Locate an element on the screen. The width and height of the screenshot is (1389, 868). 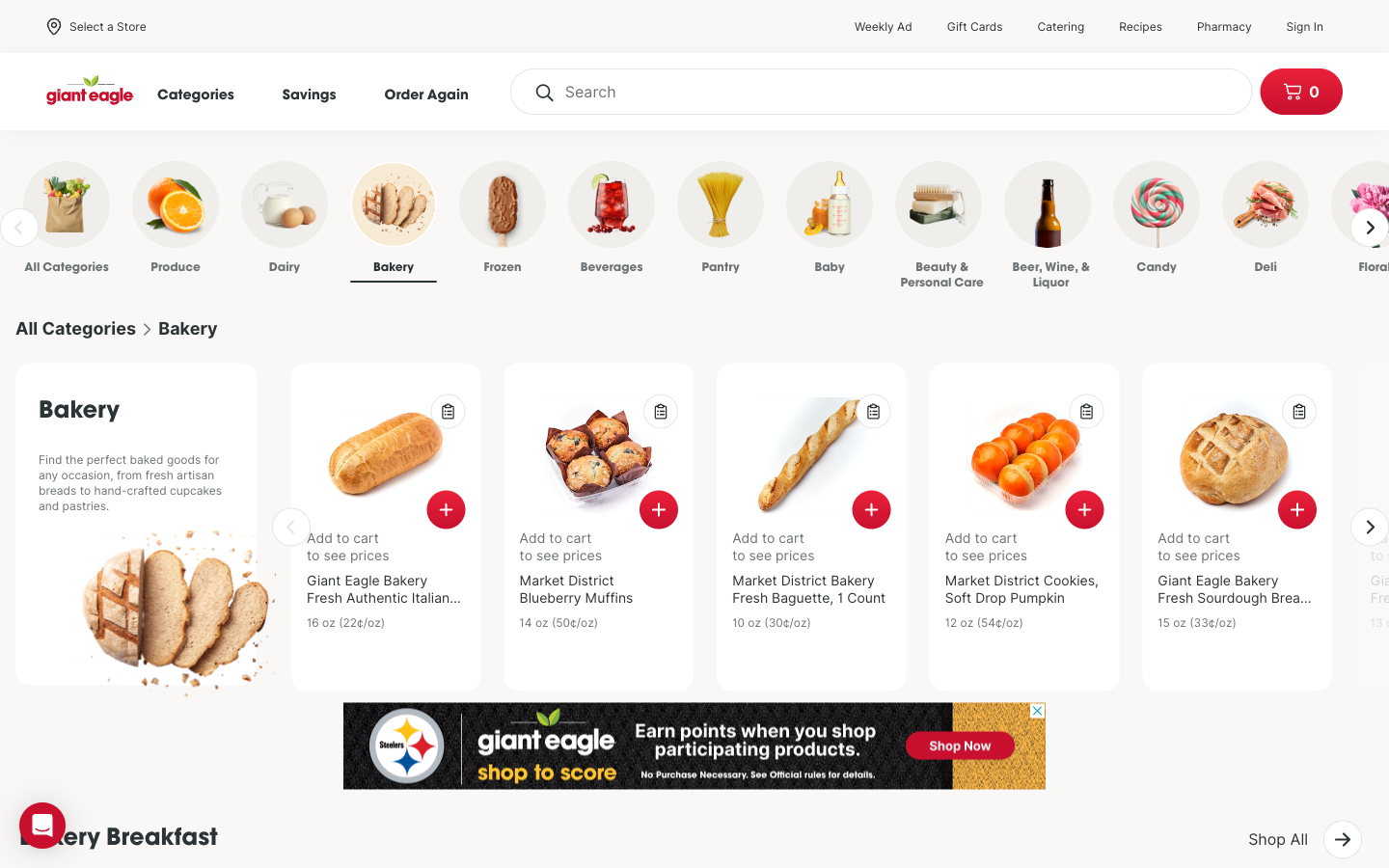
Visit the Deli Category Page is located at coordinates (1235, 221).